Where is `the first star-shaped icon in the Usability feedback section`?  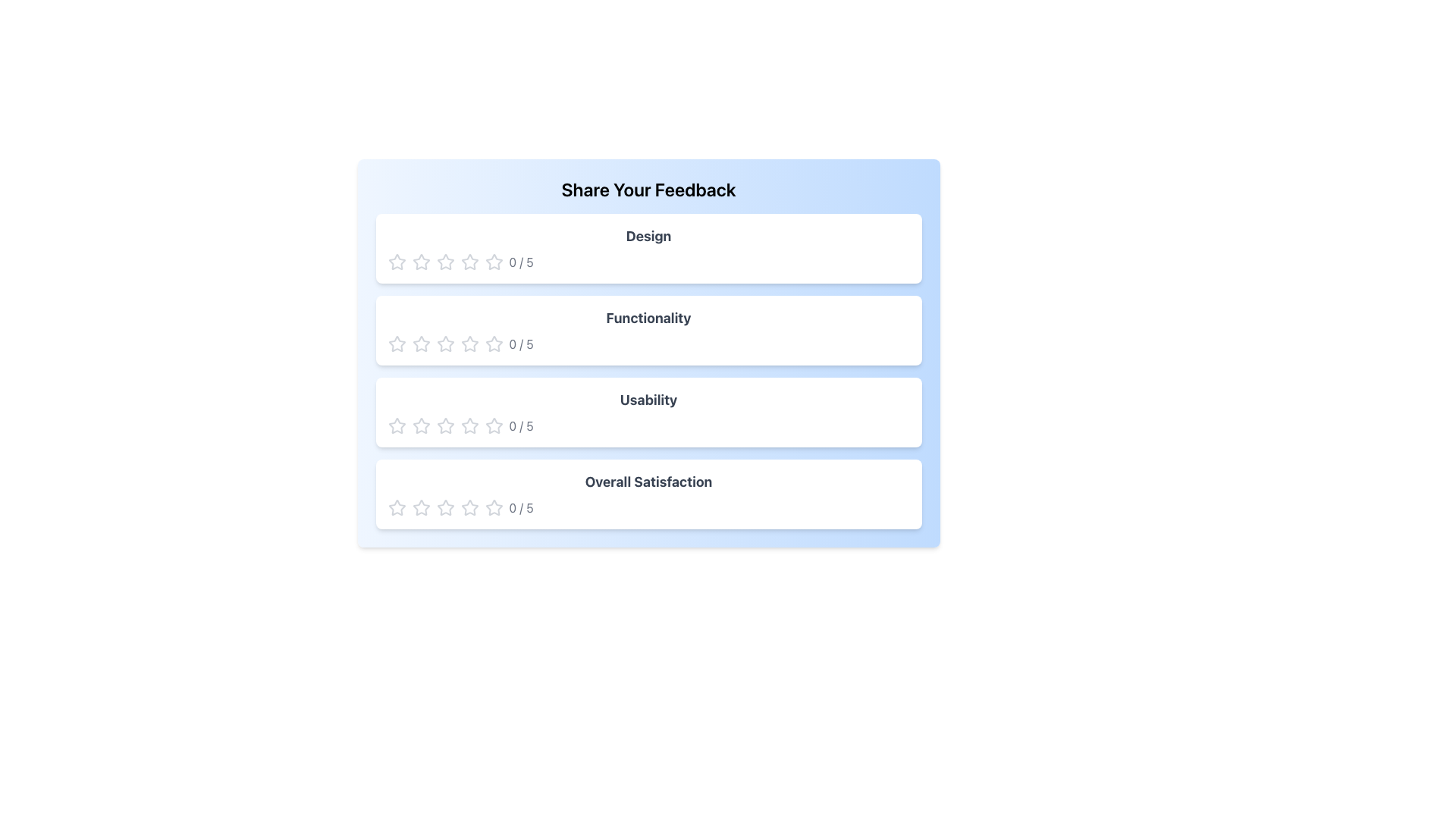
the first star-shaped icon in the Usability feedback section is located at coordinates (397, 425).